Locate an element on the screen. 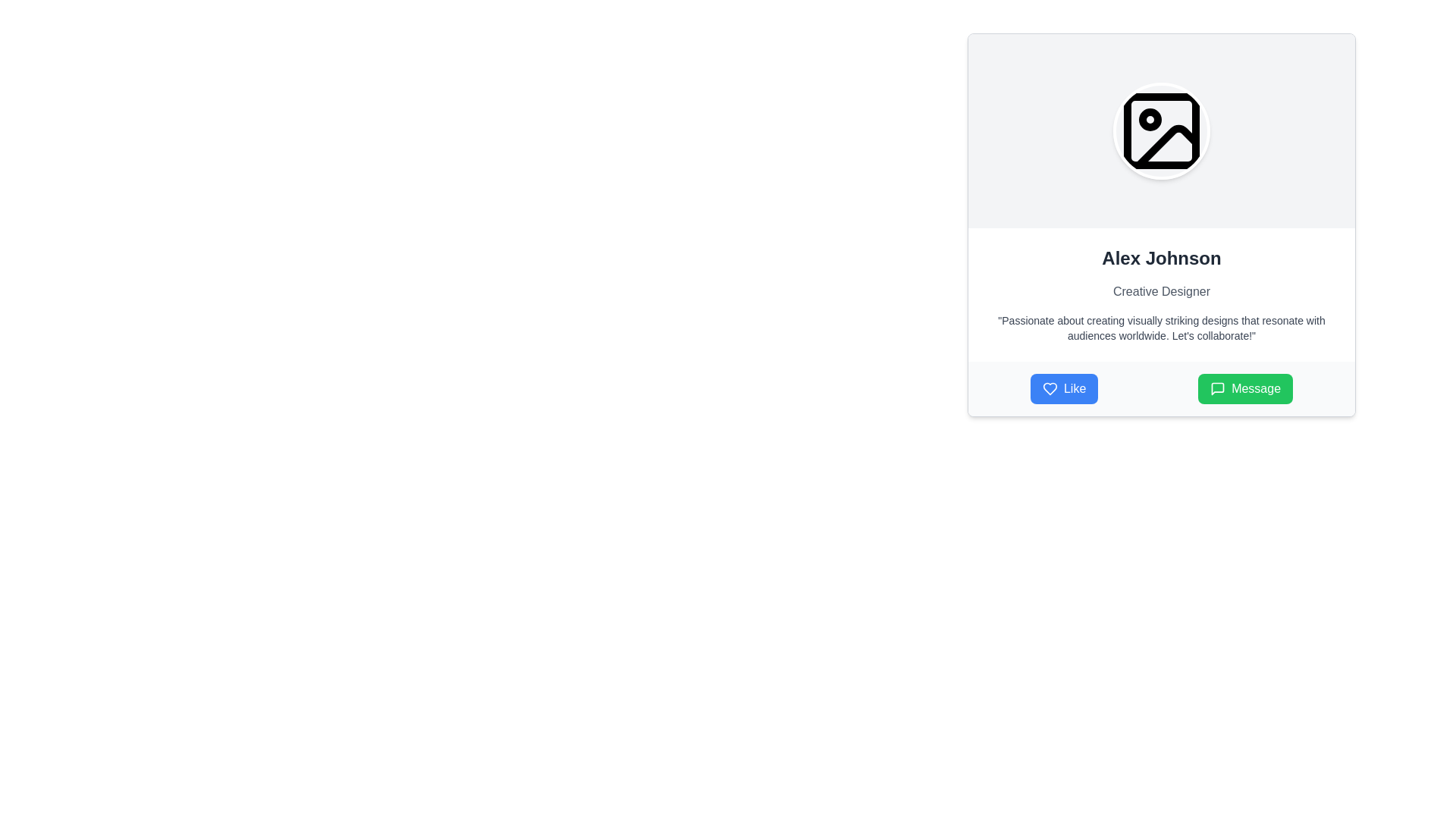 The height and width of the screenshot is (819, 1456). the graphical circle element that serves as an indicator within the user profile avatar, which is centered within the avatar image and slightly offset to the top-left is located at coordinates (1150, 119).